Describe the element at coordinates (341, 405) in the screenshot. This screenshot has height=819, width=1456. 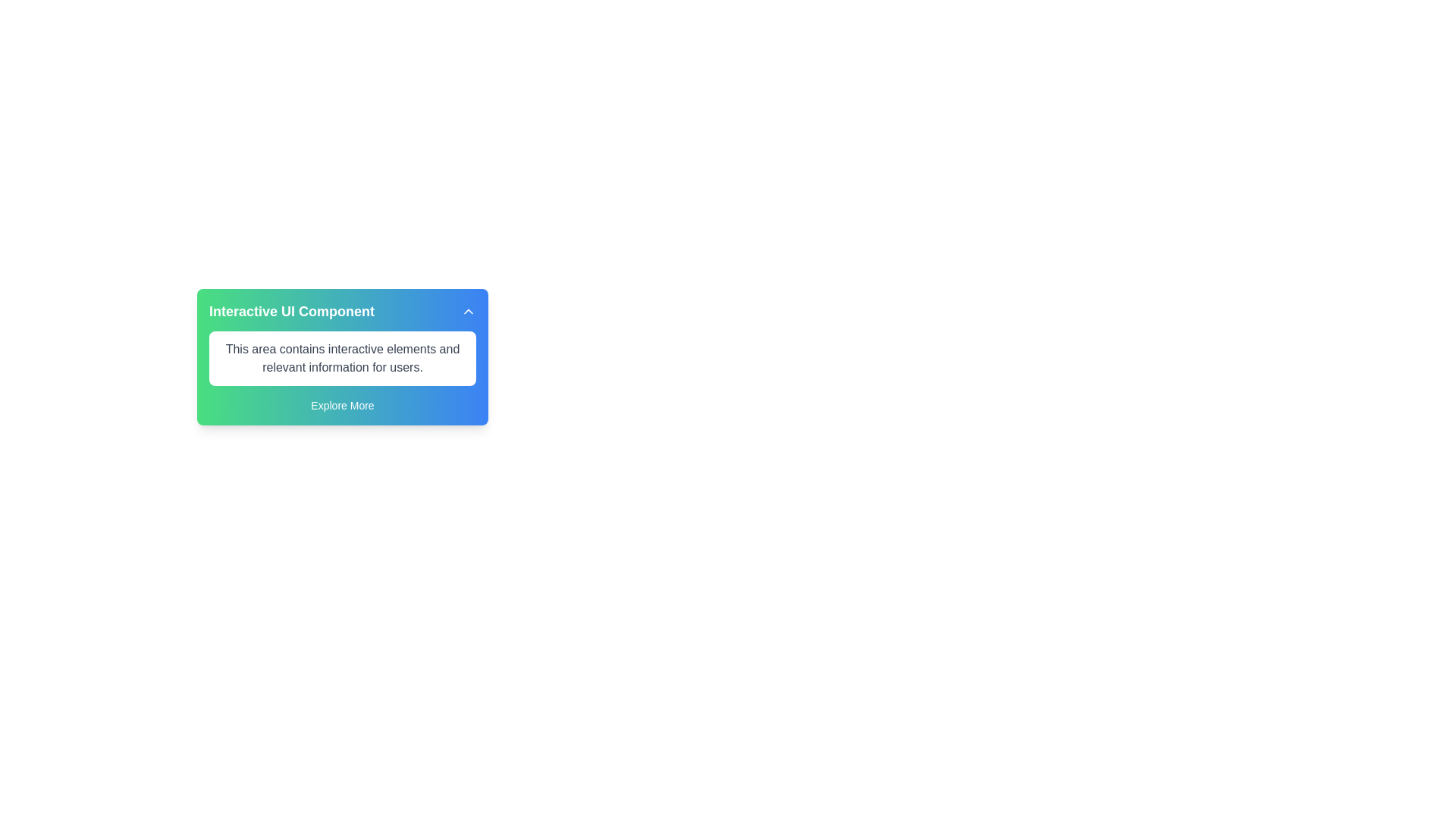
I see `the 'Explore More' button located at the bottom of the blue-to-green gradient panel` at that location.